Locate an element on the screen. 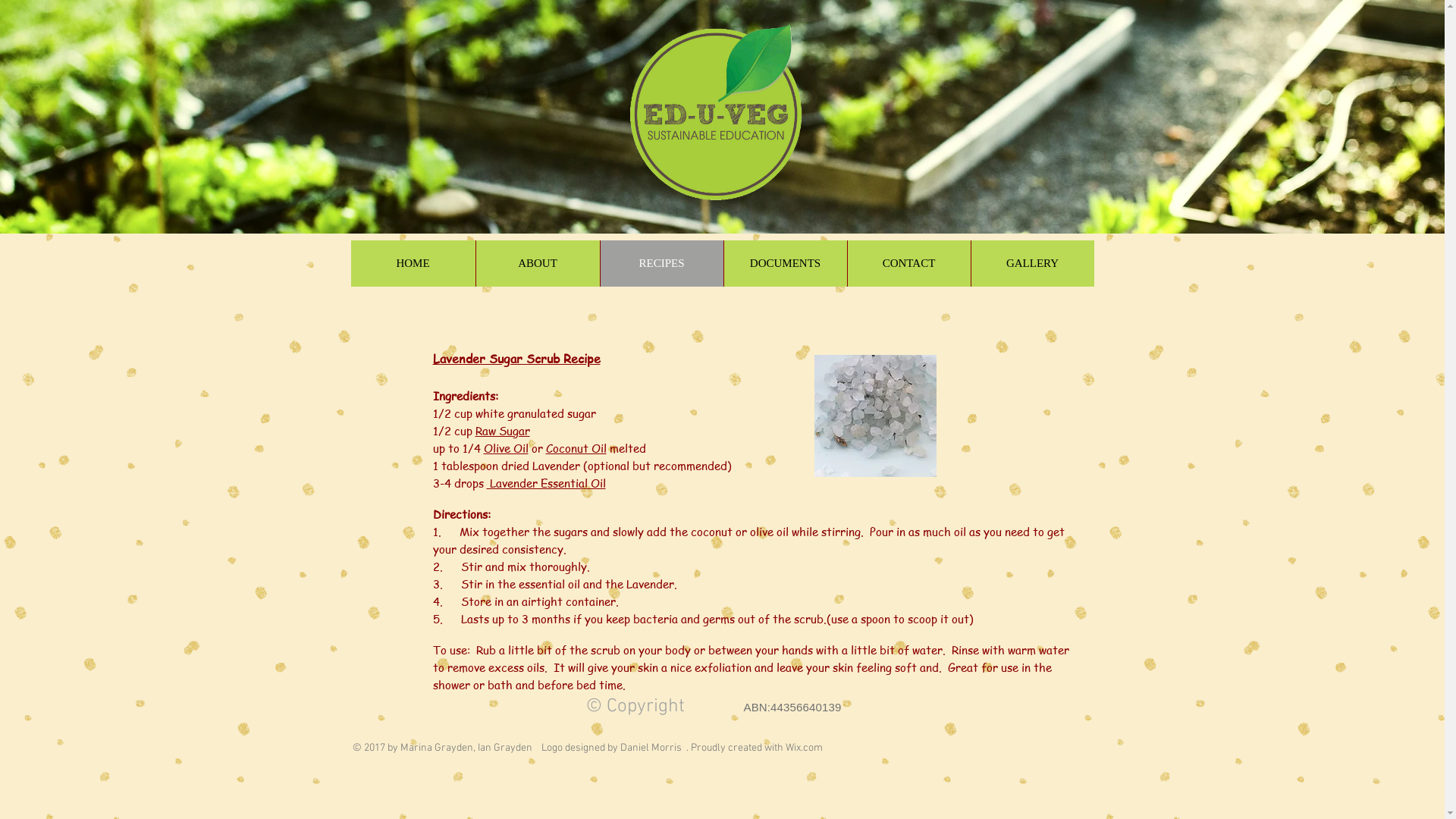 The height and width of the screenshot is (819, 1456). 'RECIPES' is located at coordinates (661, 262).